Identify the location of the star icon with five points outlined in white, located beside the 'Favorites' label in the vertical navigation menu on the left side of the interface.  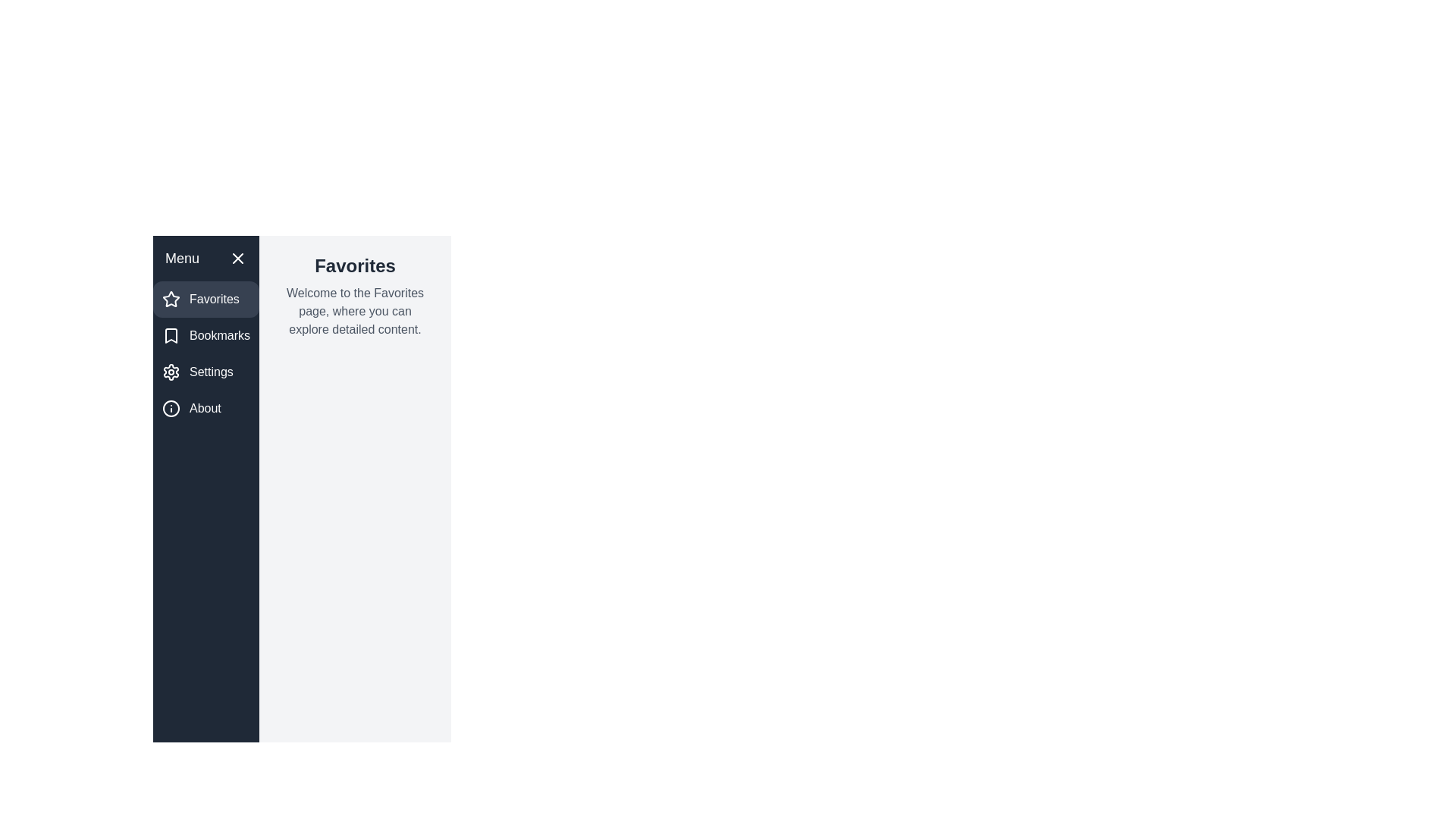
(171, 299).